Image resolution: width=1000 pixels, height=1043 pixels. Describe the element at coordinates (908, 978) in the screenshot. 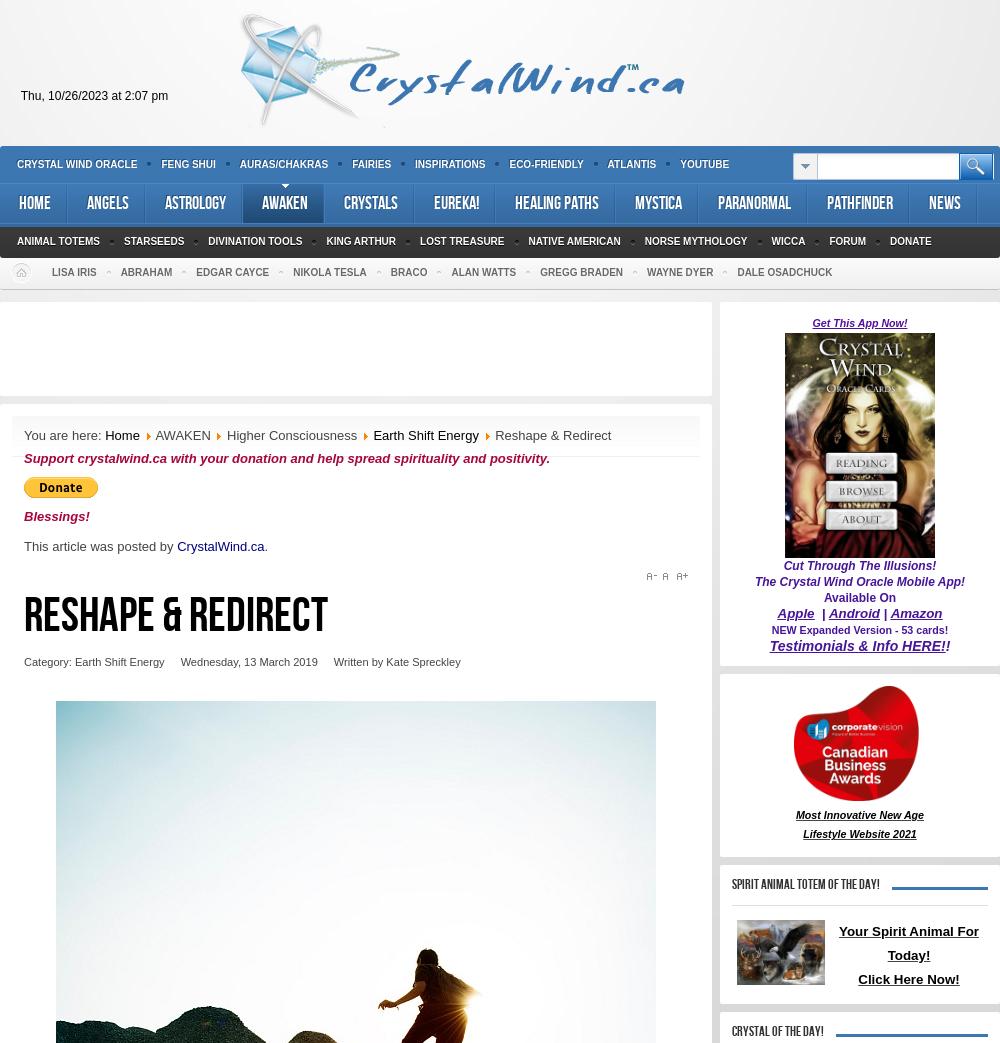

I see `'Click Here Now!'` at that location.